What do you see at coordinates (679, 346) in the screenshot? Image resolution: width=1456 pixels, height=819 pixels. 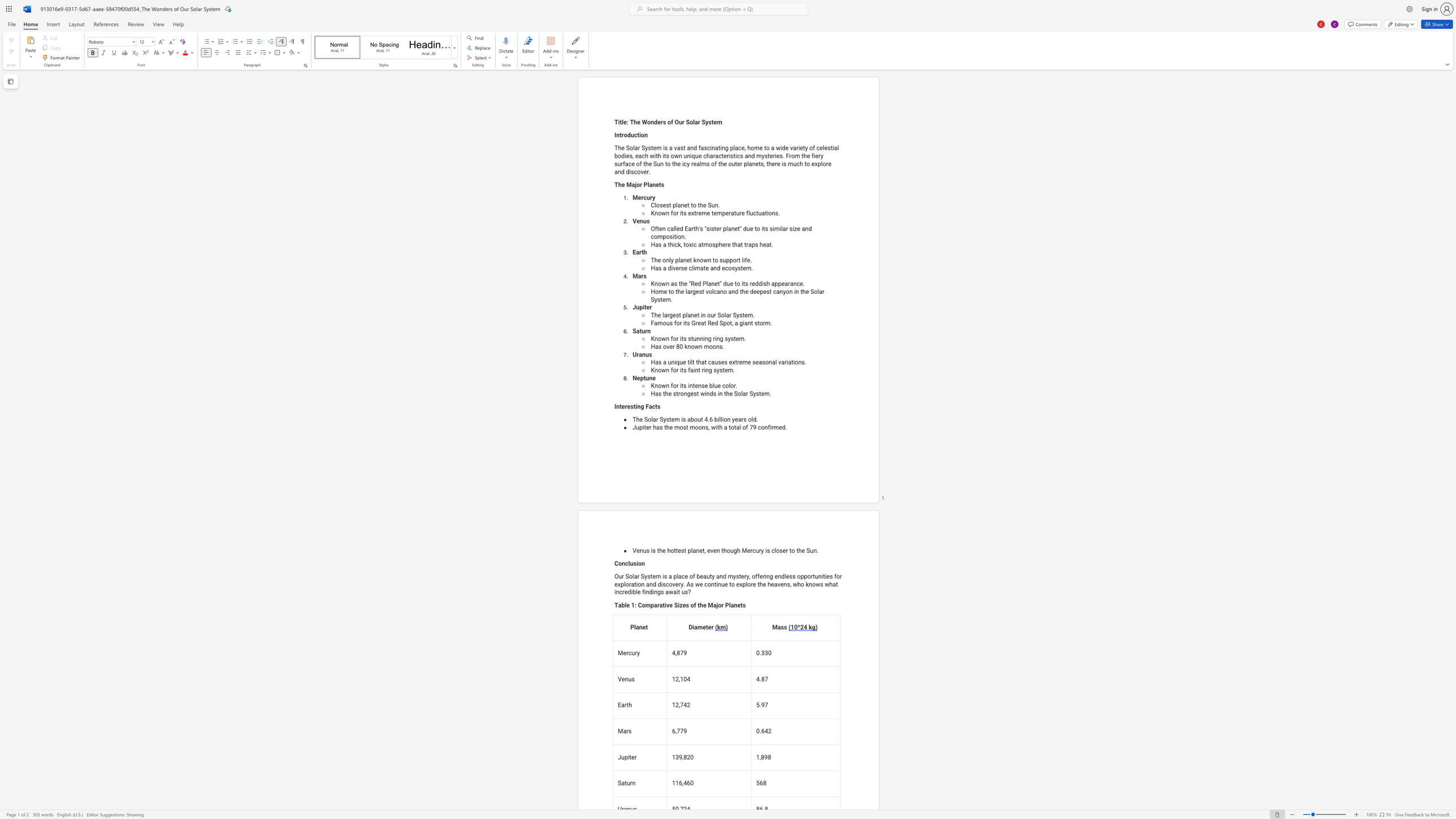 I see `the subset text "0 known moo" within the text "Has over 80 known moons."` at bounding box center [679, 346].